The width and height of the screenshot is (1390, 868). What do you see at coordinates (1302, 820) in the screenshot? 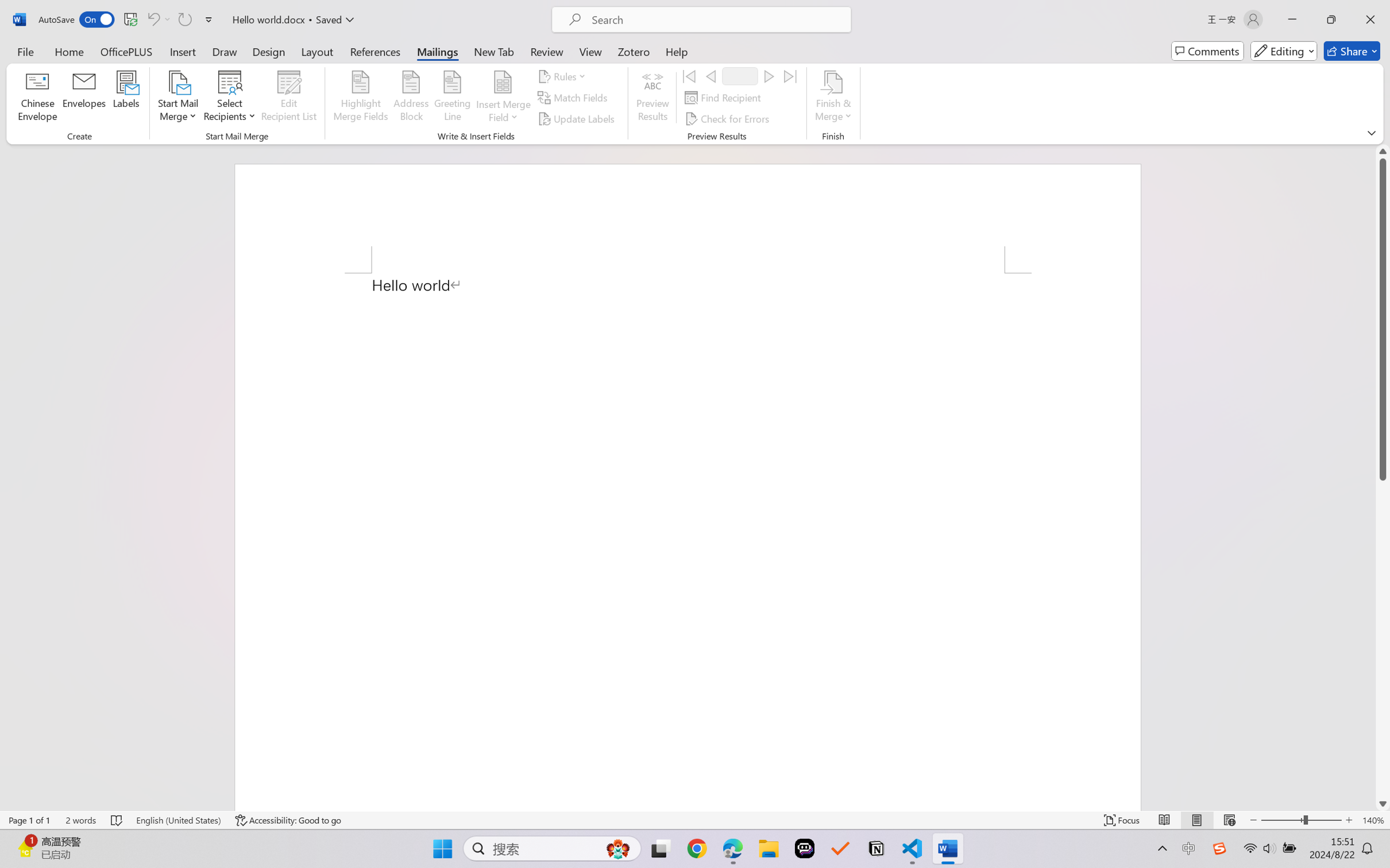
I see `'Zoom'` at bounding box center [1302, 820].